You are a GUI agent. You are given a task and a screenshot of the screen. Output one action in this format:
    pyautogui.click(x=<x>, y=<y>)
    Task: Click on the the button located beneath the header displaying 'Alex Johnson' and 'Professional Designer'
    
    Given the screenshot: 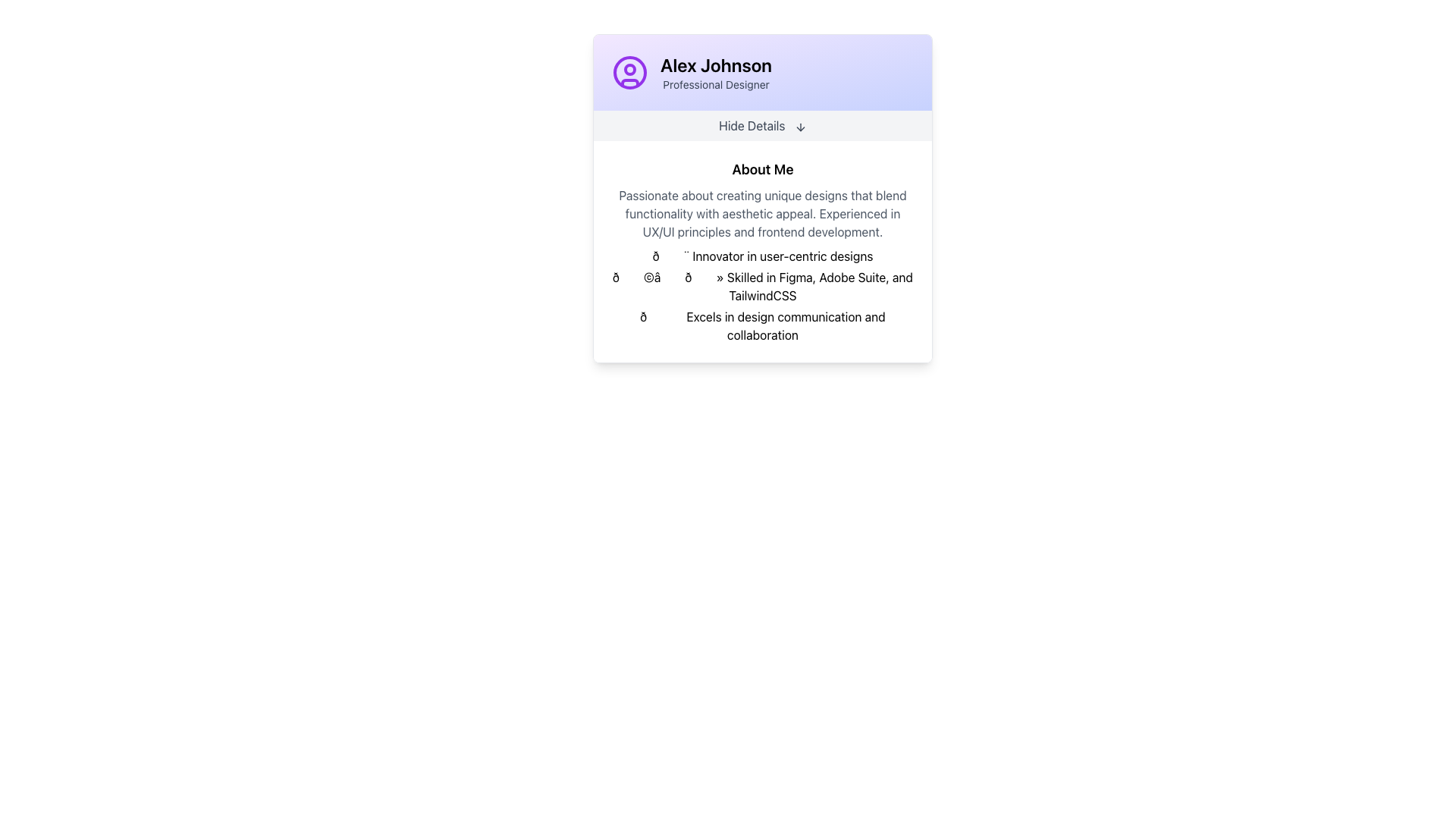 What is the action you would take?
    pyautogui.click(x=763, y=124)
    